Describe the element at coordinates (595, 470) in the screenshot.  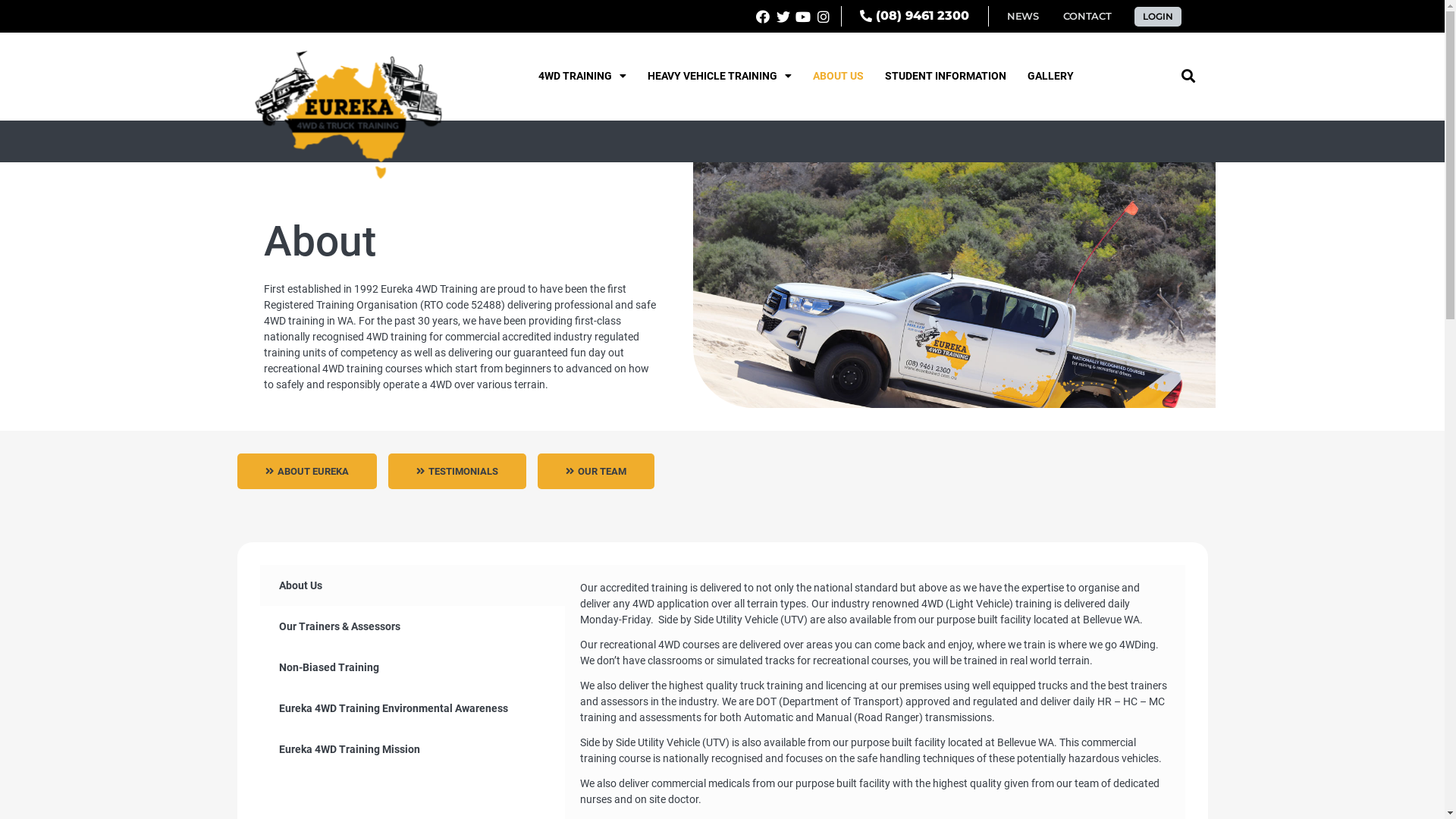
I see `'OUR TEAM'` at that location.